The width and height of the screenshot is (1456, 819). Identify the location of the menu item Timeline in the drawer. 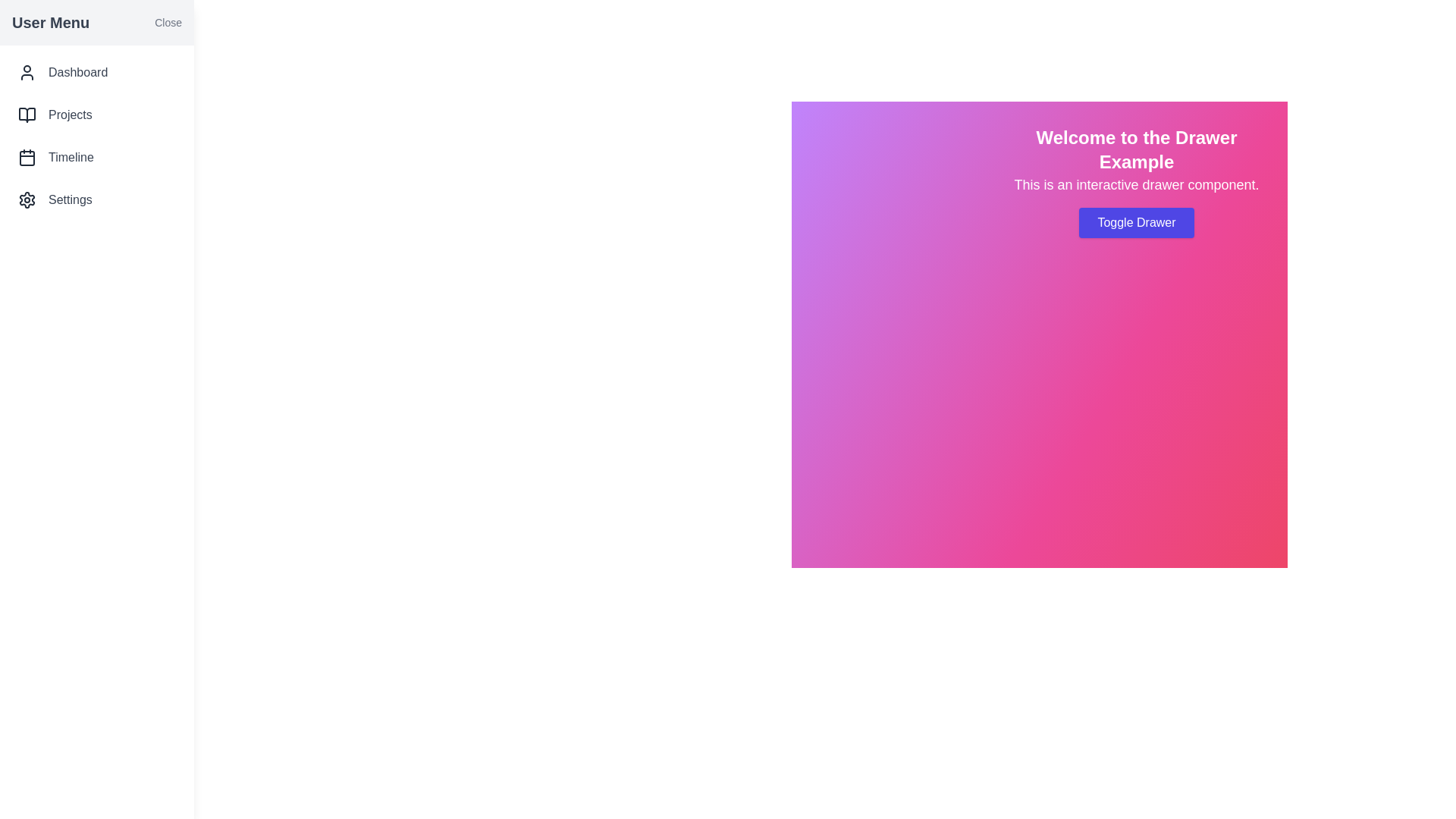
(96, 158).